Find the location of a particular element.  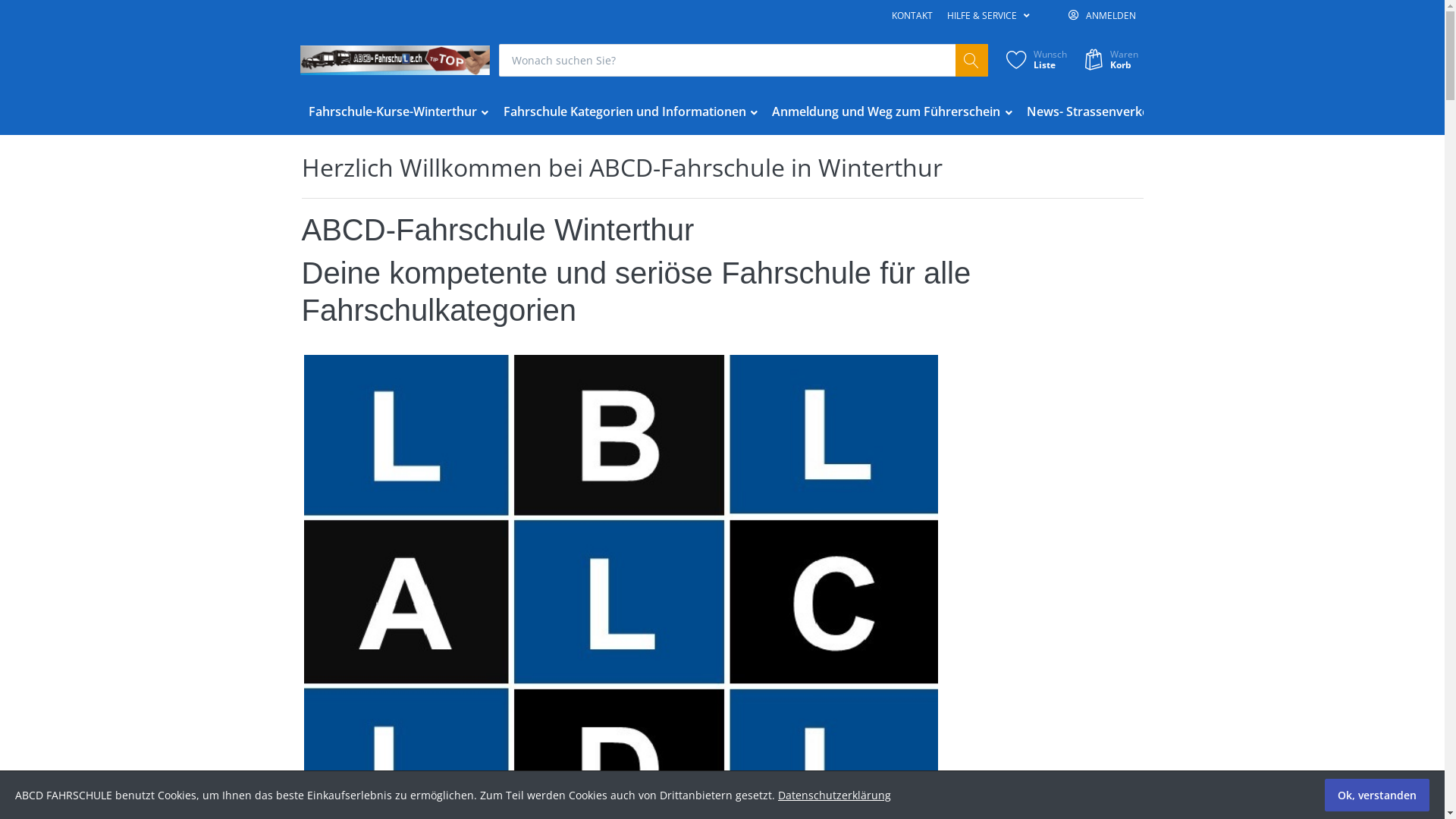

'HILFE & SERVICE' is located at coordinates (987, 15).